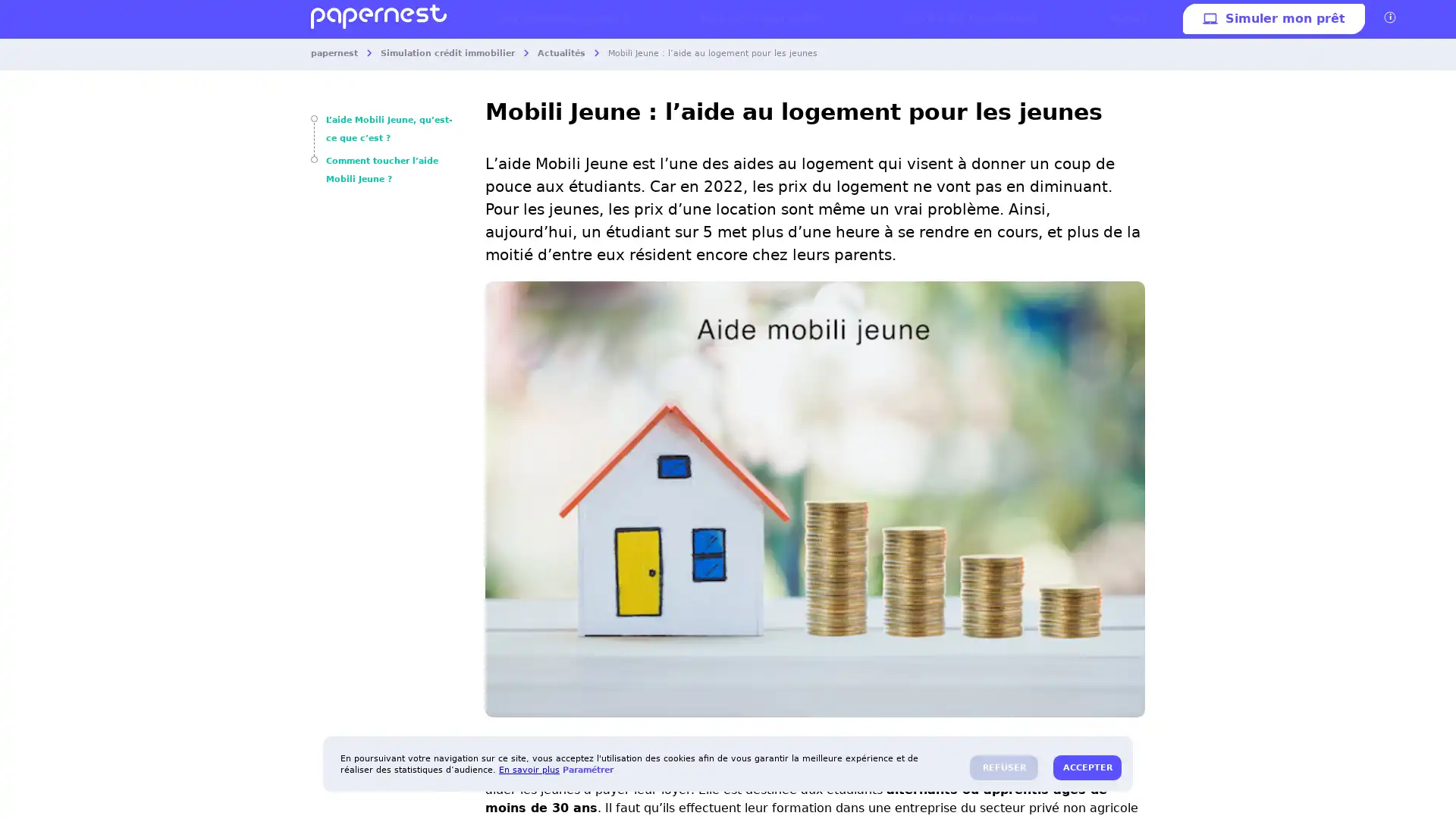  Describe the element at coordinates (1087, 767) in the screenshot. I see `ACCEPTER` at that location.